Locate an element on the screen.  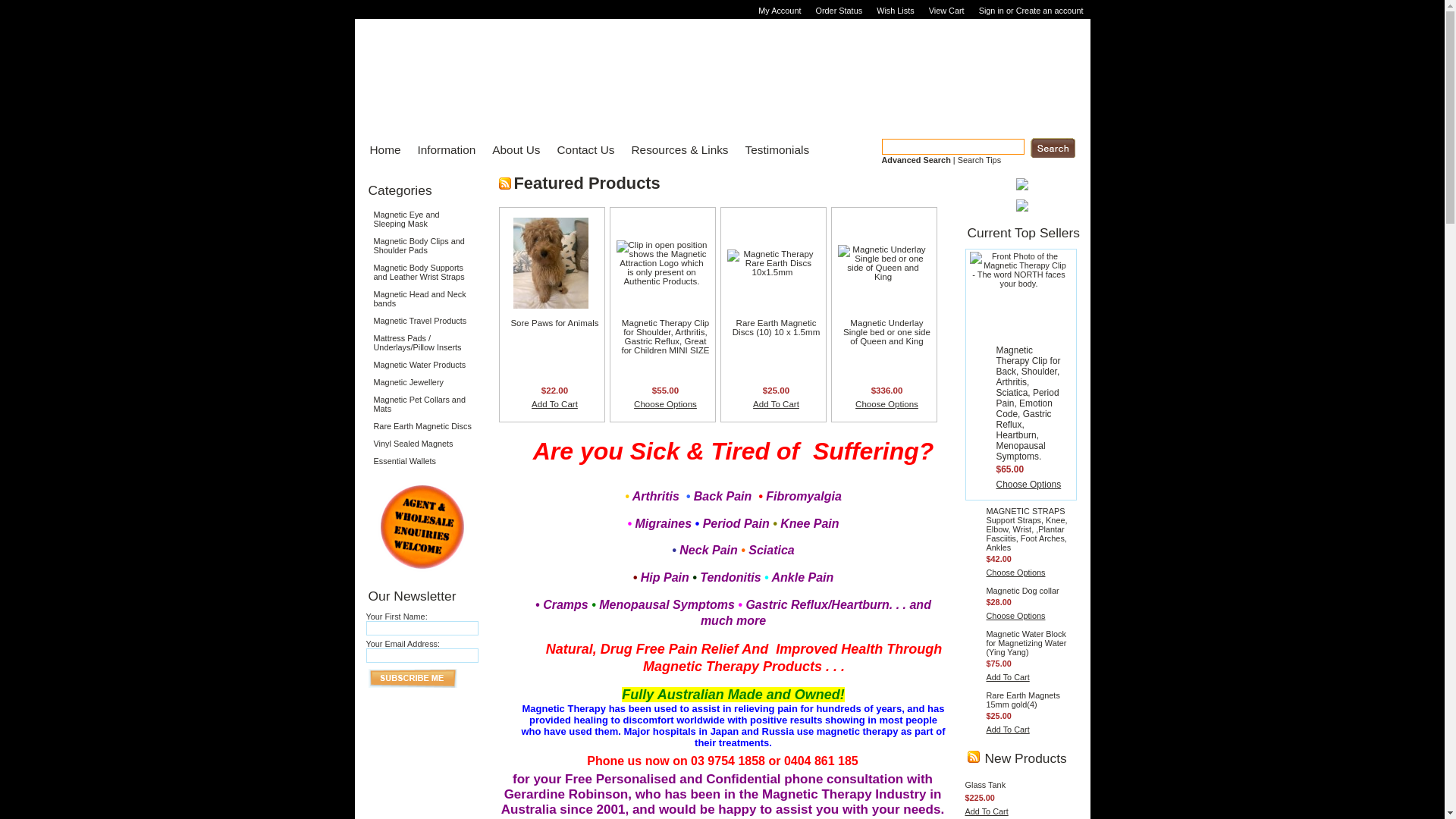
'Sign in' is located at coordinates (991, 11).